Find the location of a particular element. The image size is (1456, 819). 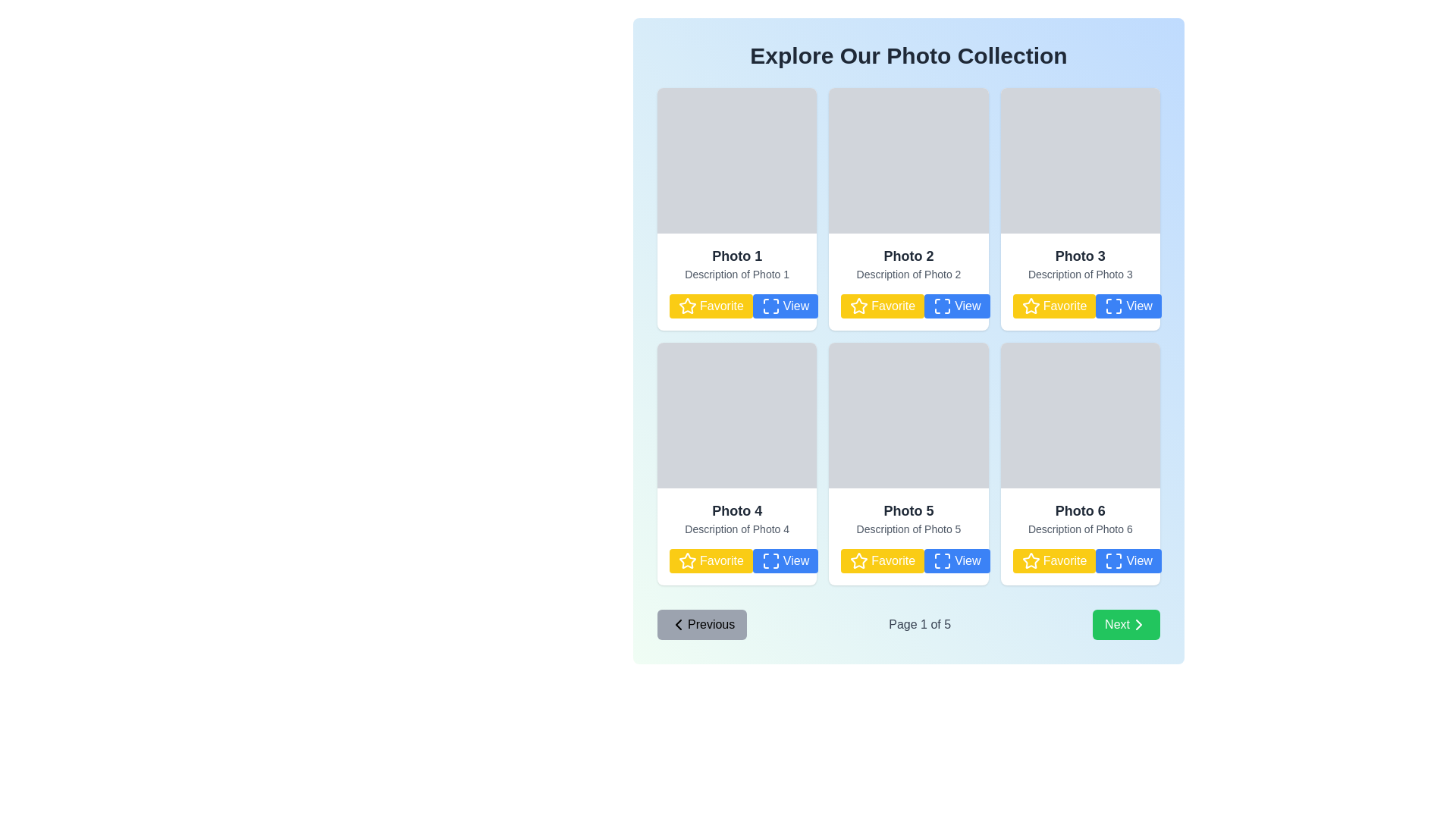

the maximizing SVG icon located inside the 'View' button in the second column of the first row of a 3x2 grid layout is located at coordinates (770, 306).